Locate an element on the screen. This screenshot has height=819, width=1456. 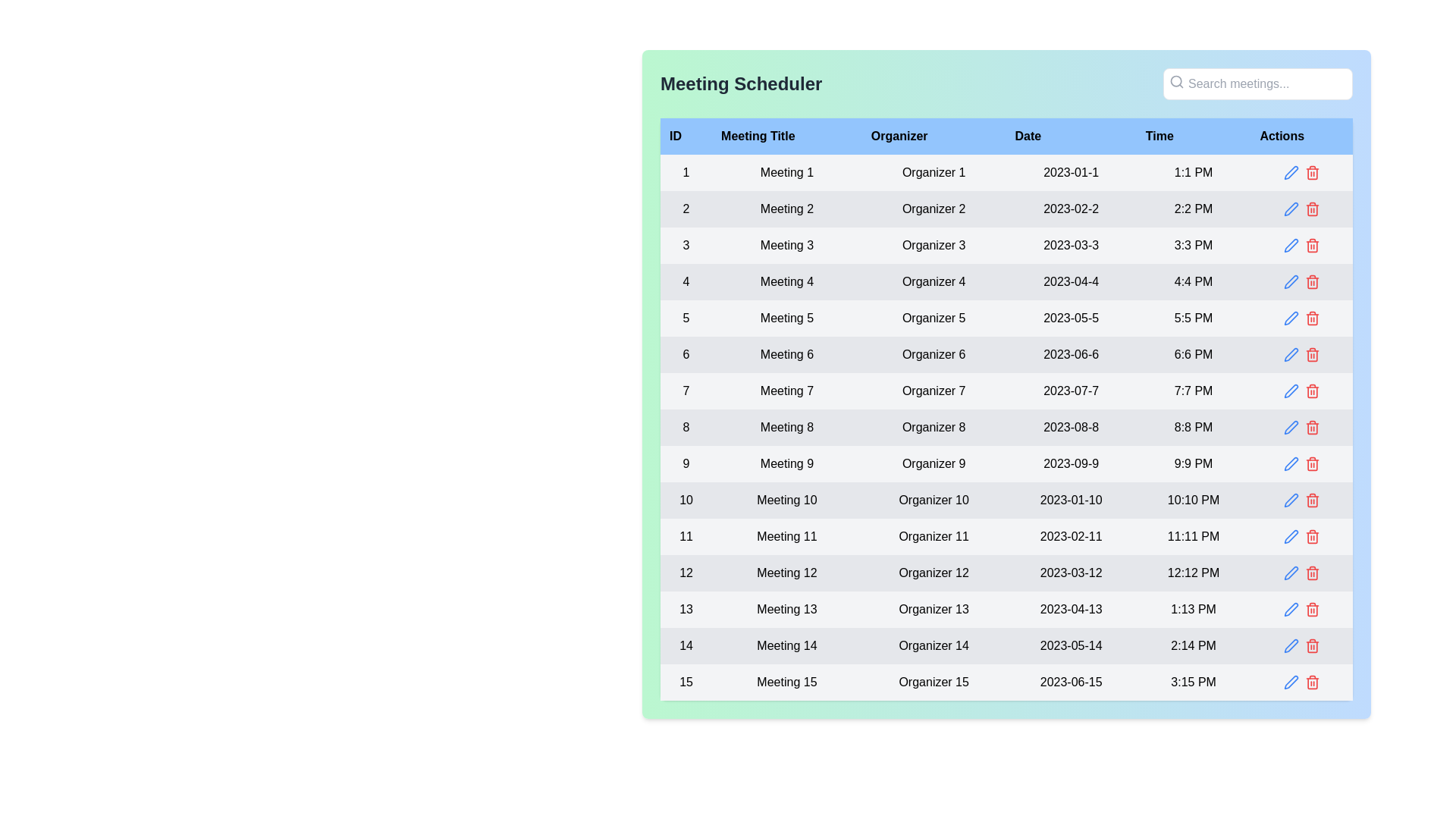
the table cell displaying the numeral '9' in bold font, which identifies the ninth row under the 'ID' header in a data table is located at coordinates (686, 463).